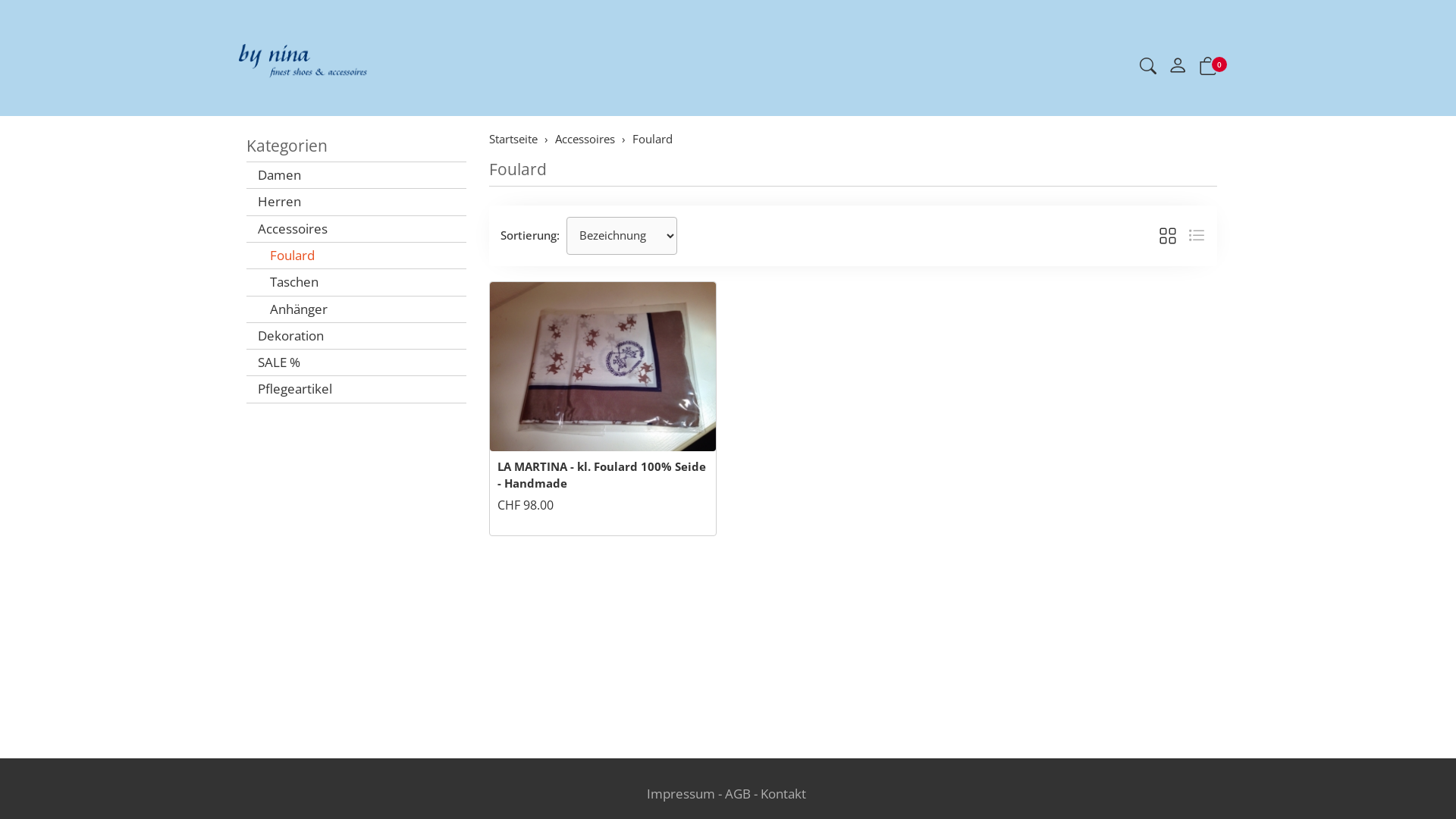 The image size is (1456, 819). Describe the element at coordinates (356, 174) in the screenshot. I see `'Damen'` at that location.